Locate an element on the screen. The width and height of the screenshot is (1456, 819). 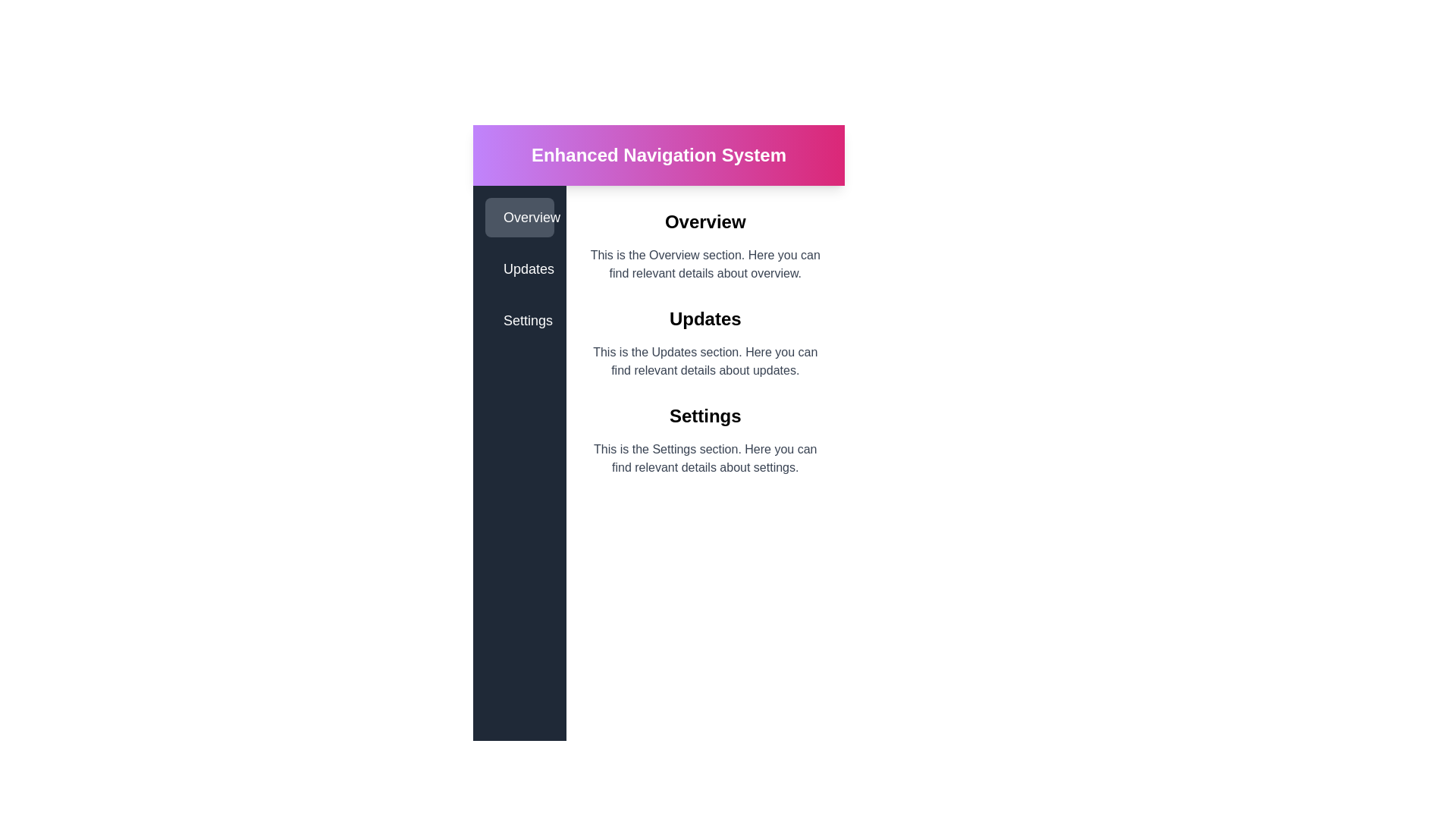
the descriptive Text Block located within the 'Settings' section, which provides guidance about its content and functionality is located at coordinates (704, 458).